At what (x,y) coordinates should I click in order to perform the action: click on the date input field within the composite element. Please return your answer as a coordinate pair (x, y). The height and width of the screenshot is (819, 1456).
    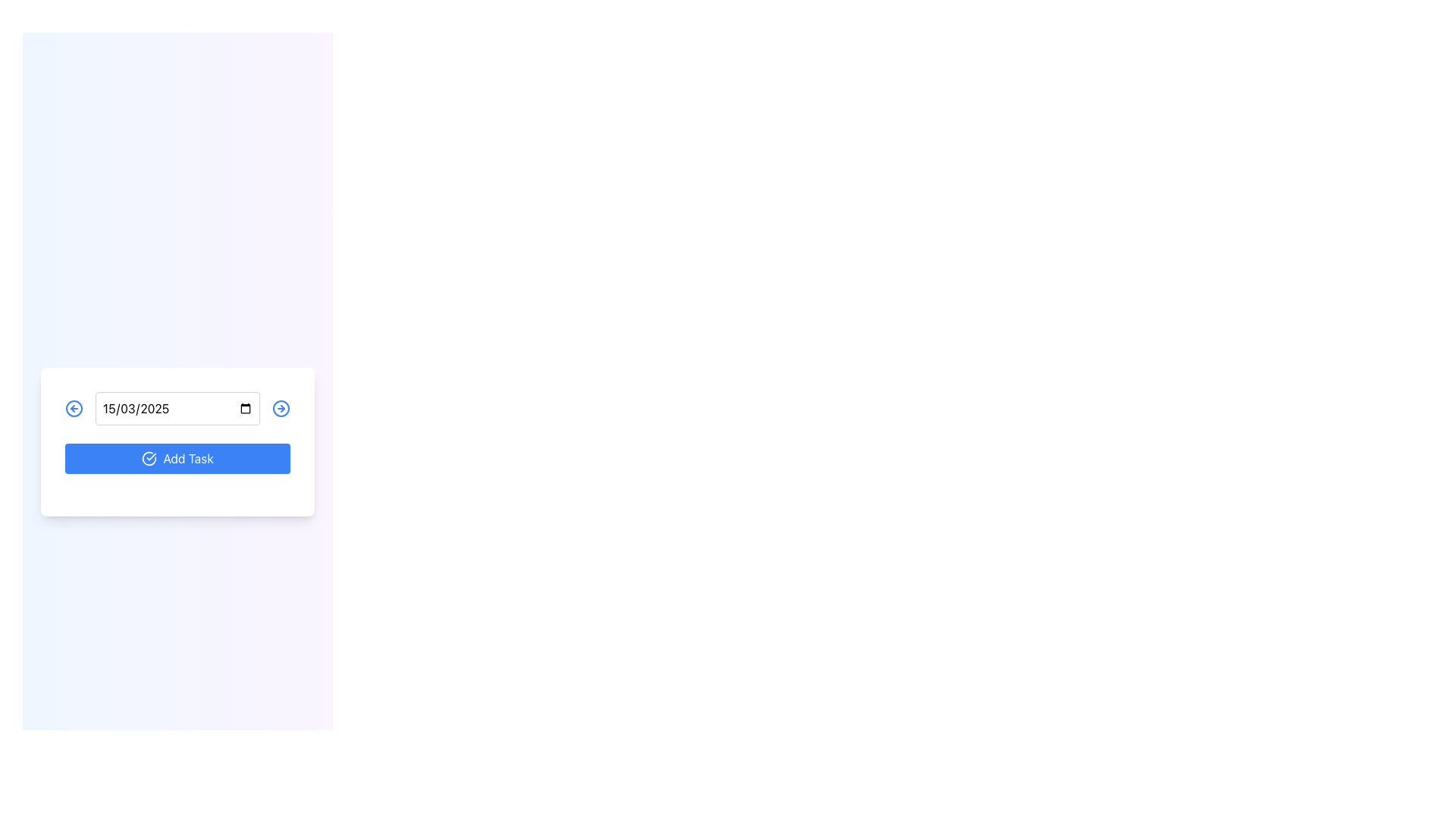
    Looking at the image, I should click on (177, 408).